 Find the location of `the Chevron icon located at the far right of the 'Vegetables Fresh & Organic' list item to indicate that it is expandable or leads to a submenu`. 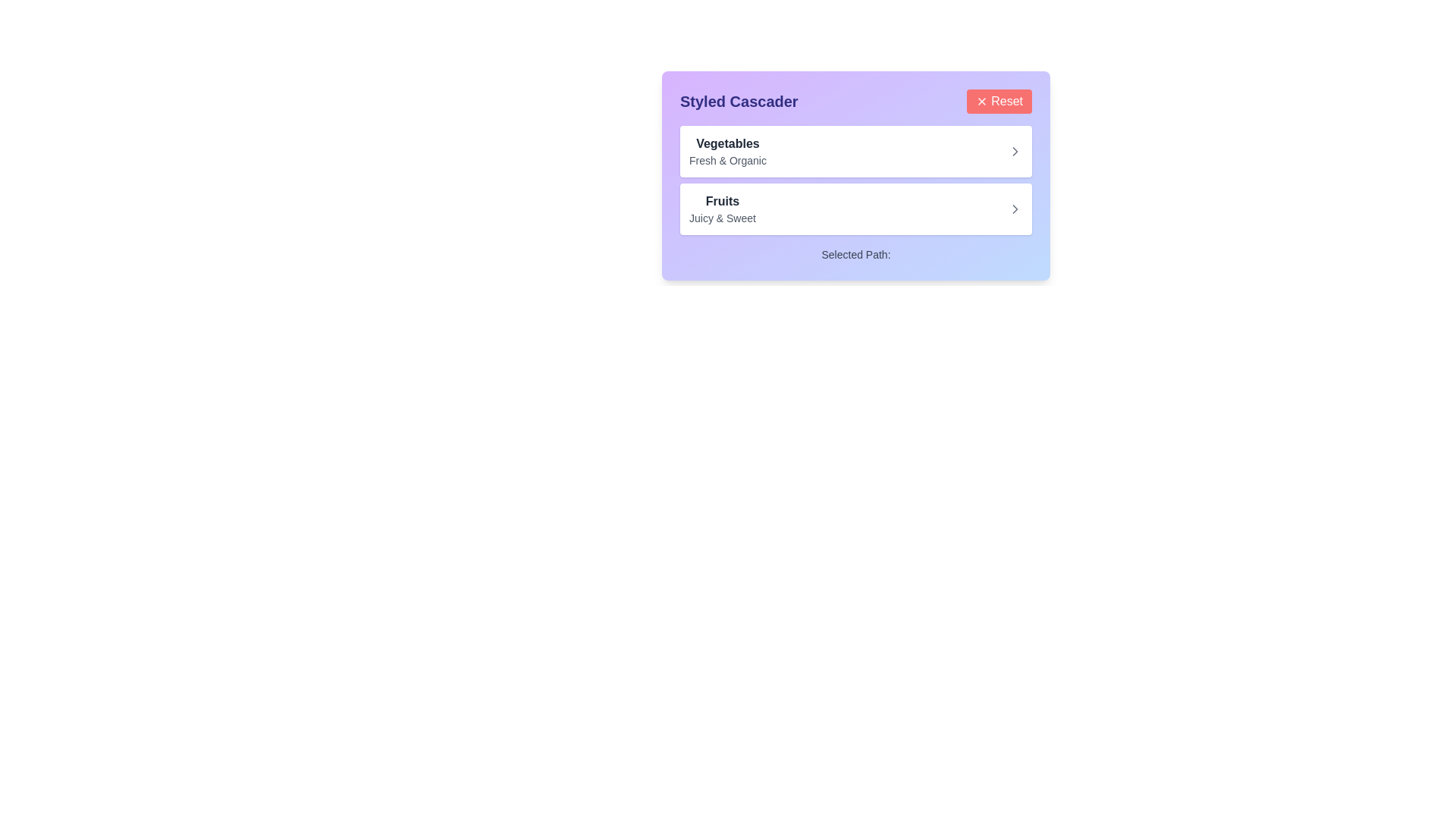

the Chevron icon located at the far right of the 'Vegetables Fresh & Organic' list item to indicate that it is expandable or leads to a submenu is located at coordinates (1015, 152).